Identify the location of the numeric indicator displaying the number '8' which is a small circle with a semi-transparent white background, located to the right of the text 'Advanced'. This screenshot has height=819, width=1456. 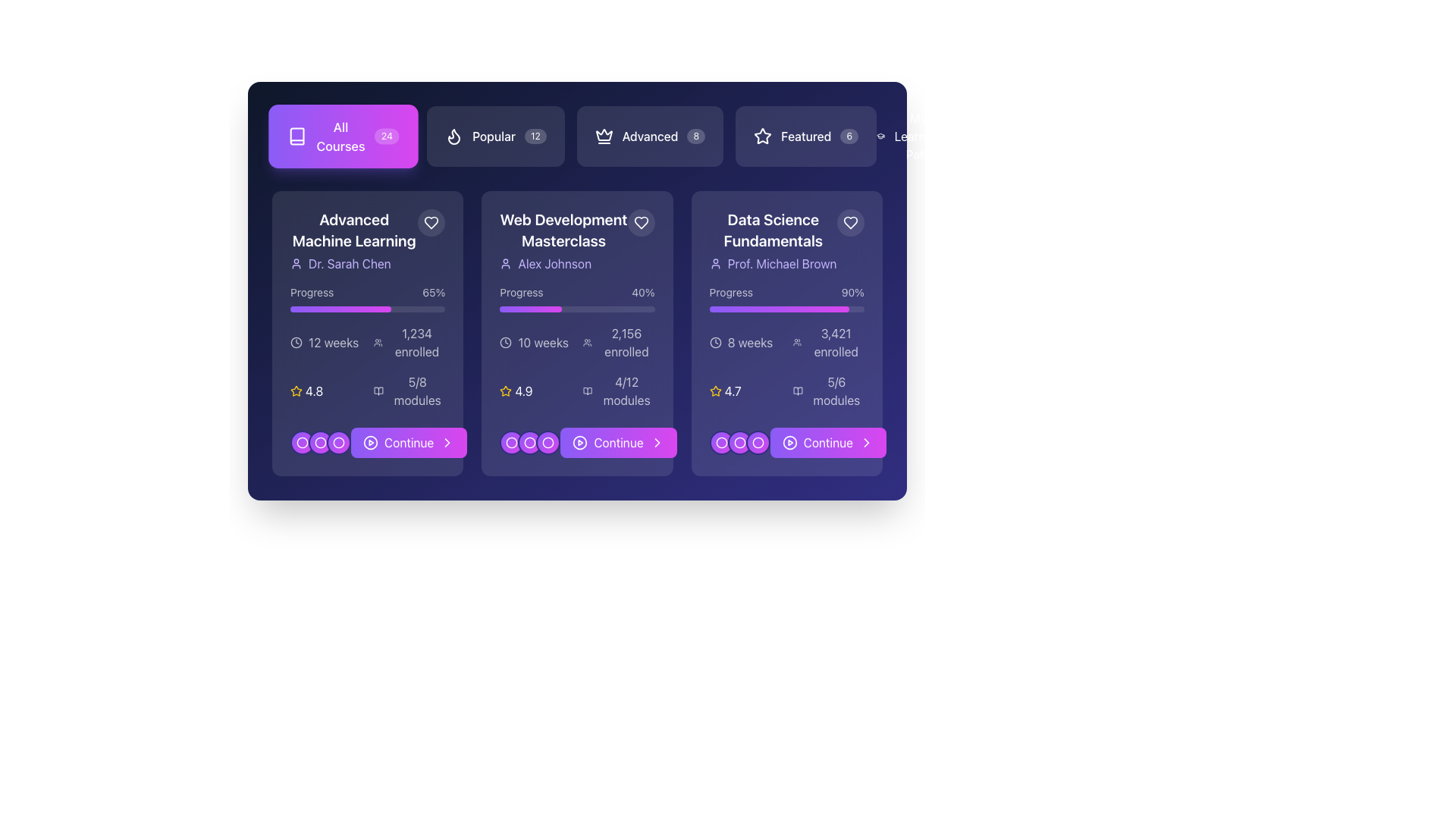
(695, 136).